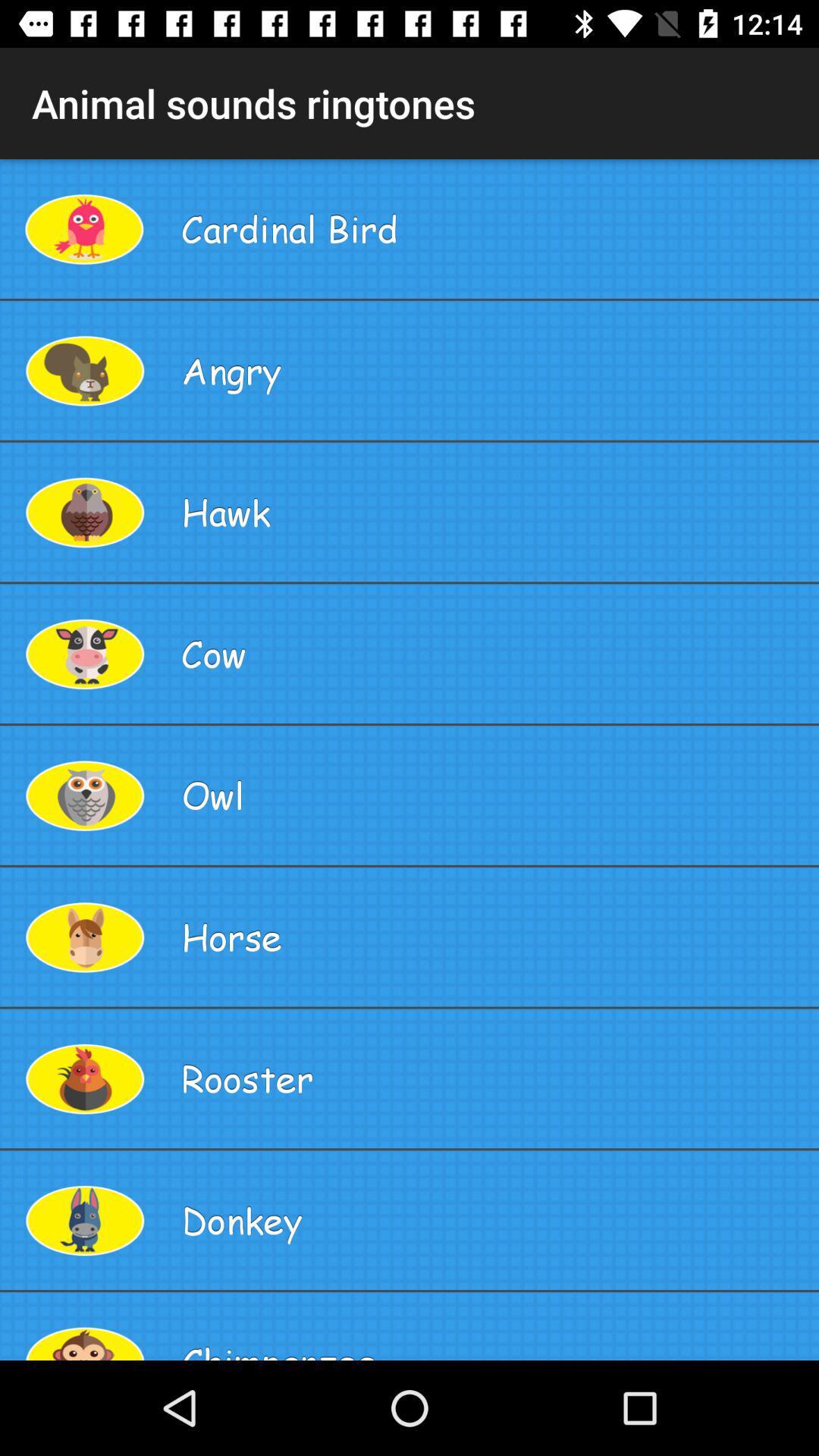  What do you see at coordinates (494, 1325) in the screenshot?
I see `the chimpanzee app` at bounding box center [494, 1325].